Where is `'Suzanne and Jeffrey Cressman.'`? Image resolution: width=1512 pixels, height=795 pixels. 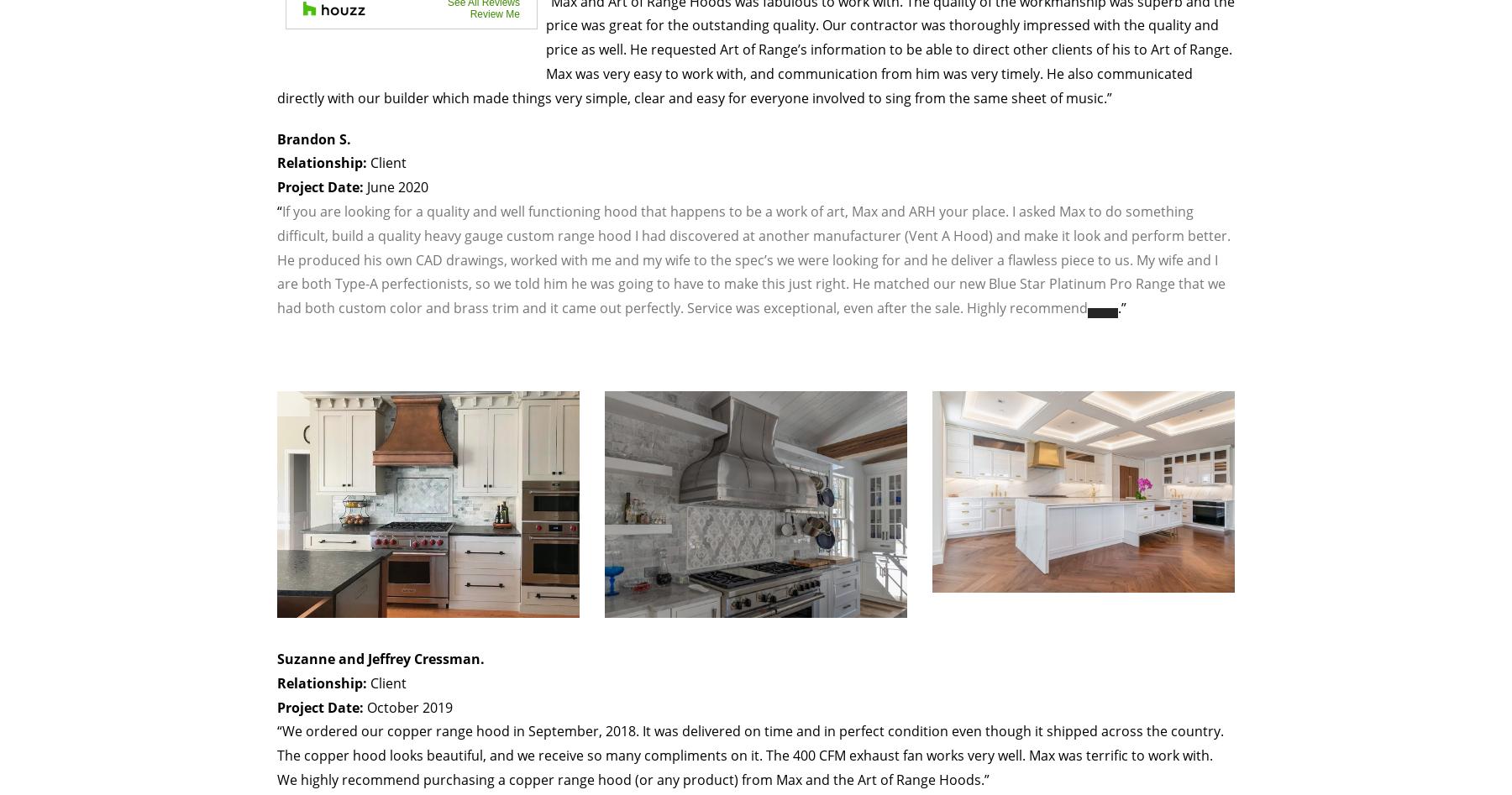
'Suzanne and Jeffrey Cressman.' is located at coordinates (380, 658).